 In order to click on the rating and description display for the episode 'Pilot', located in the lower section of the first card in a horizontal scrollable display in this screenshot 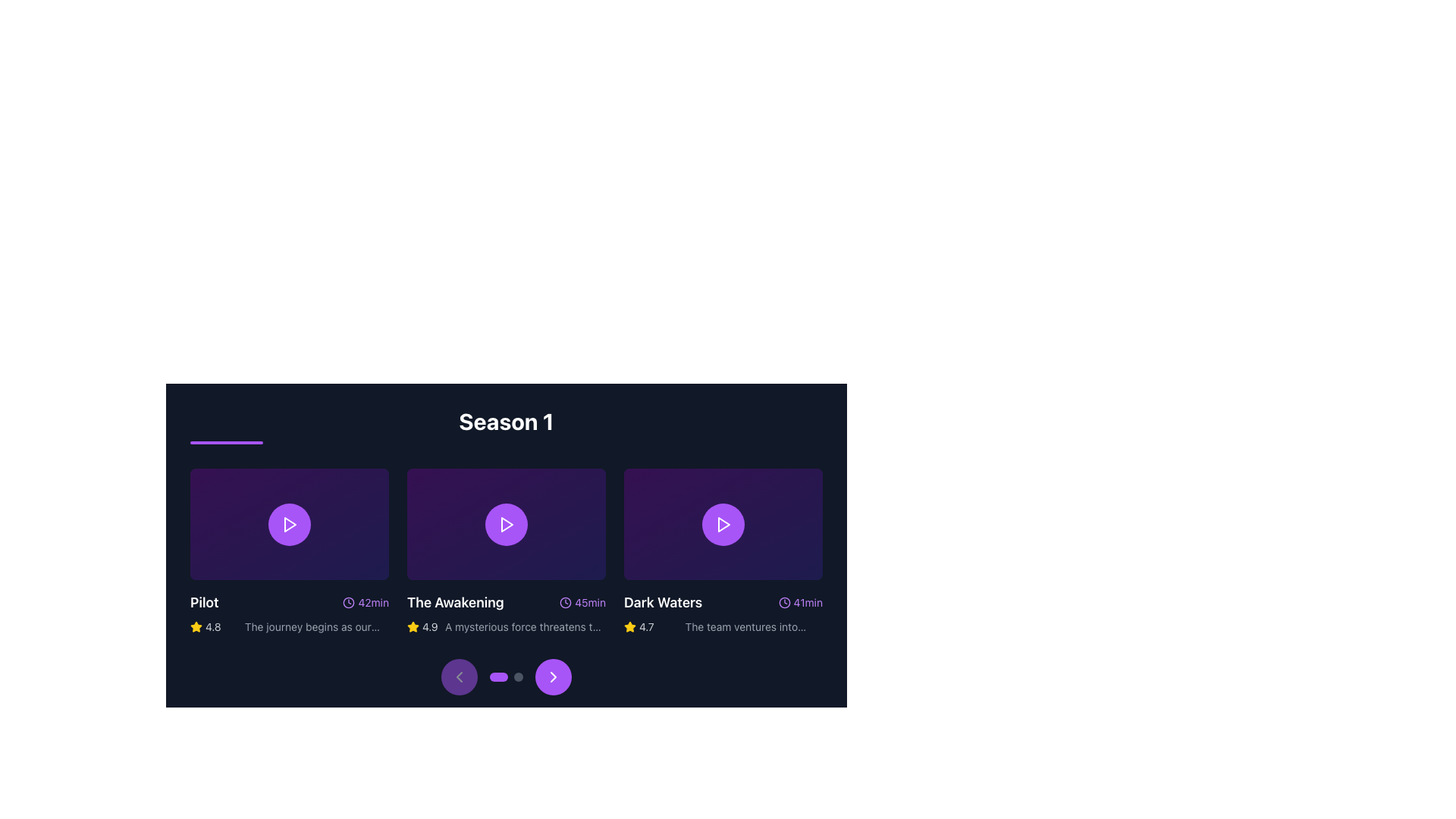, I will do `click(290, 626)`.